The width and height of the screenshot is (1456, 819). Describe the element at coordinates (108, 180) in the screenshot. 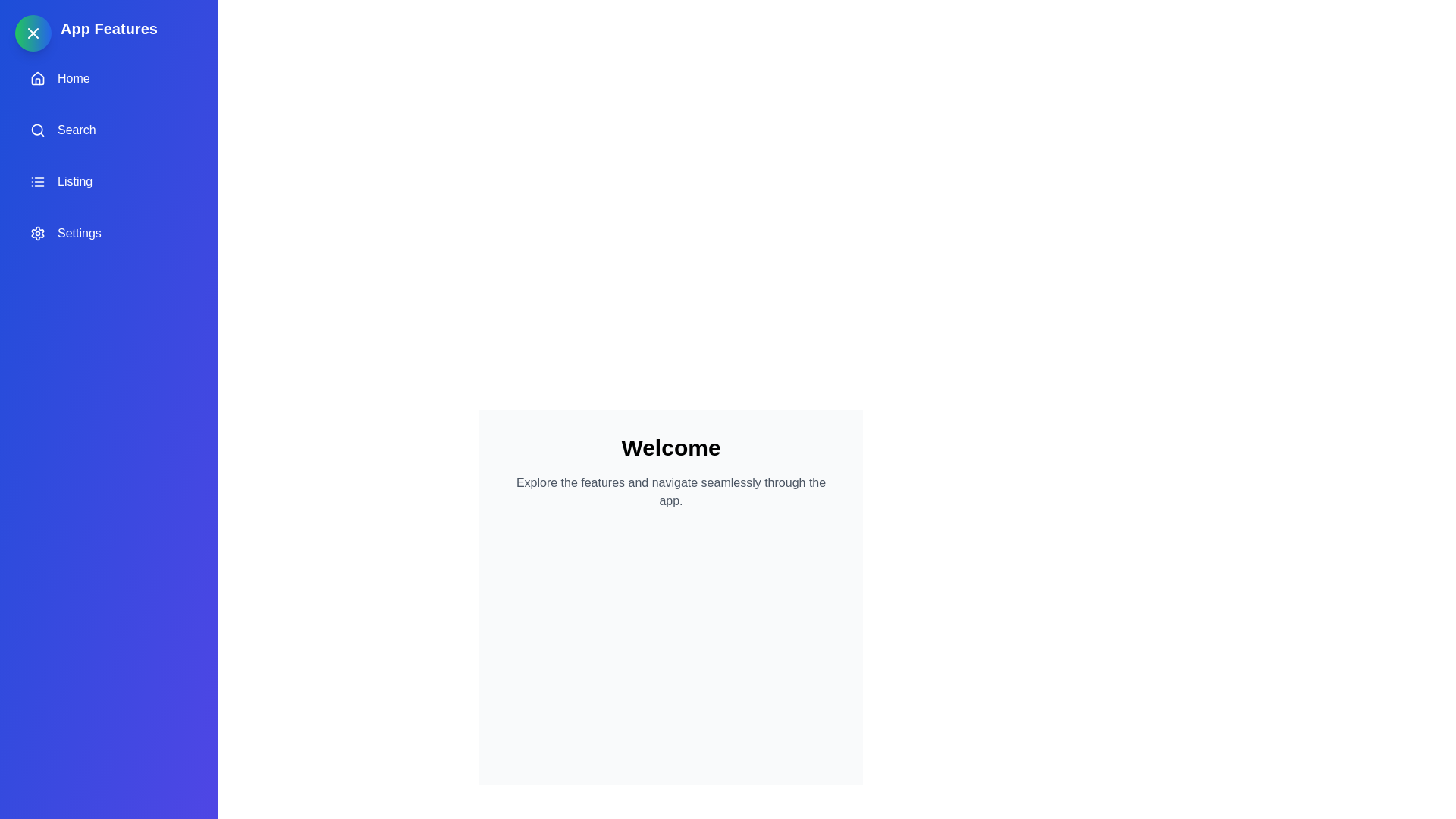

I see `the 'Listing' option in the drawer` at that location.